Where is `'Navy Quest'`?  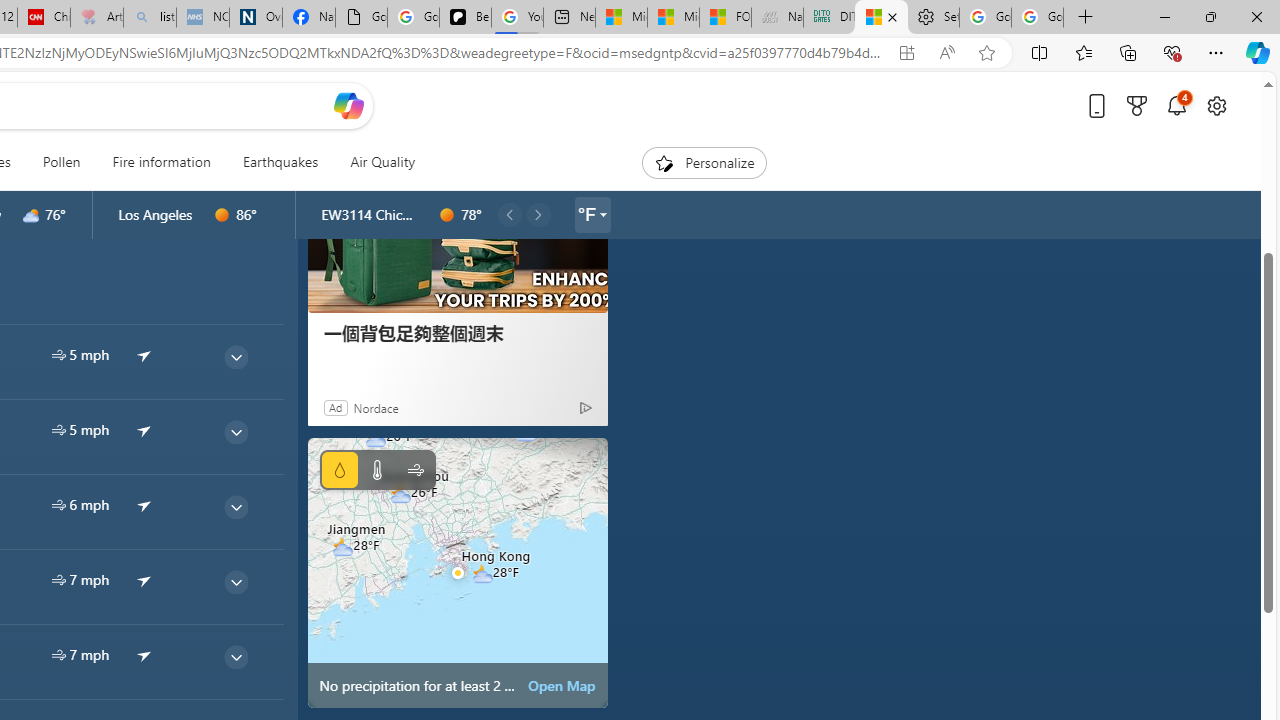
'Navy Quest' is located at coordinates (775, 17).